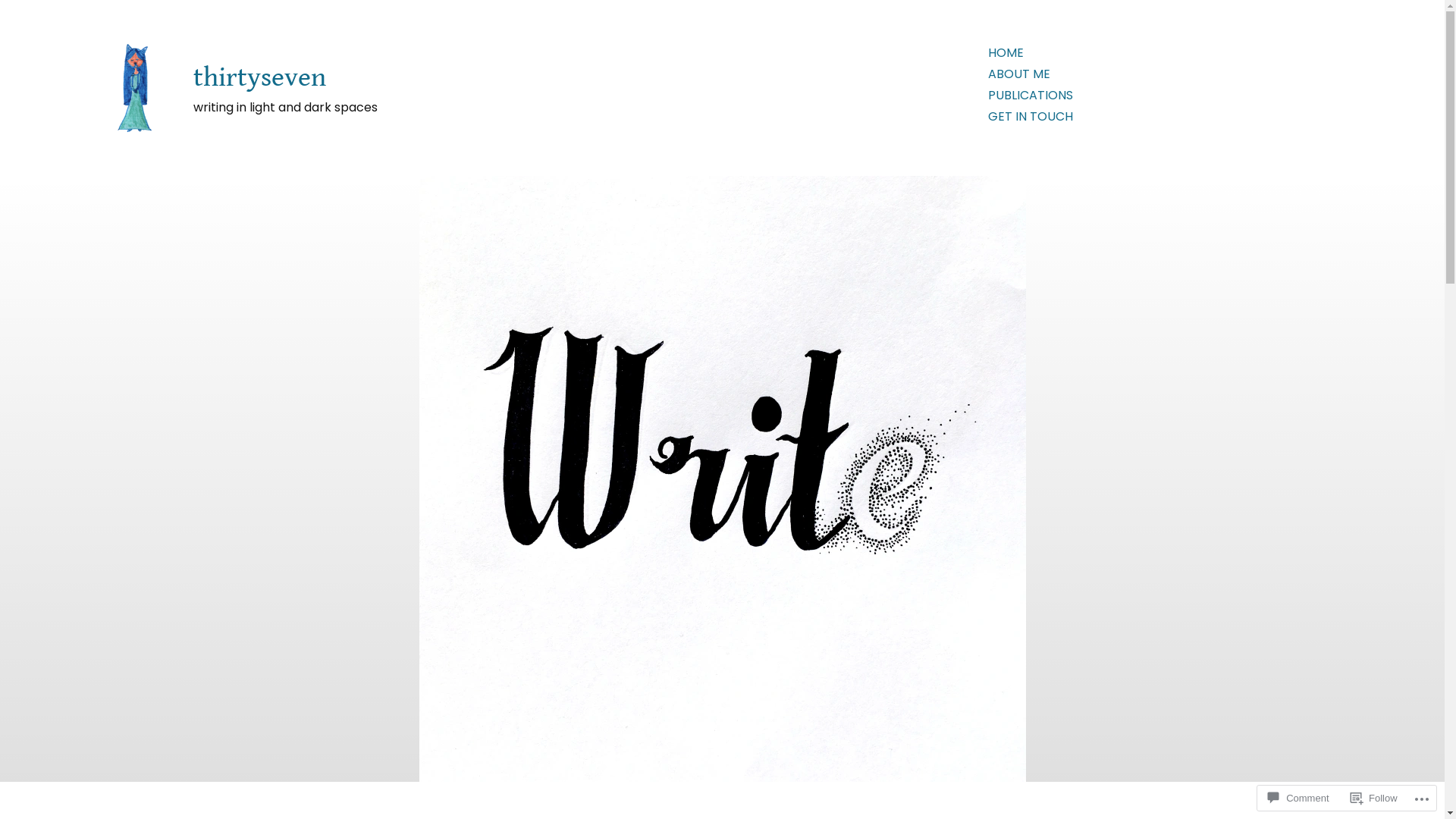 This screenshot has height=819, width=1456. I want to click on 'Comment', so click(1298, 797).